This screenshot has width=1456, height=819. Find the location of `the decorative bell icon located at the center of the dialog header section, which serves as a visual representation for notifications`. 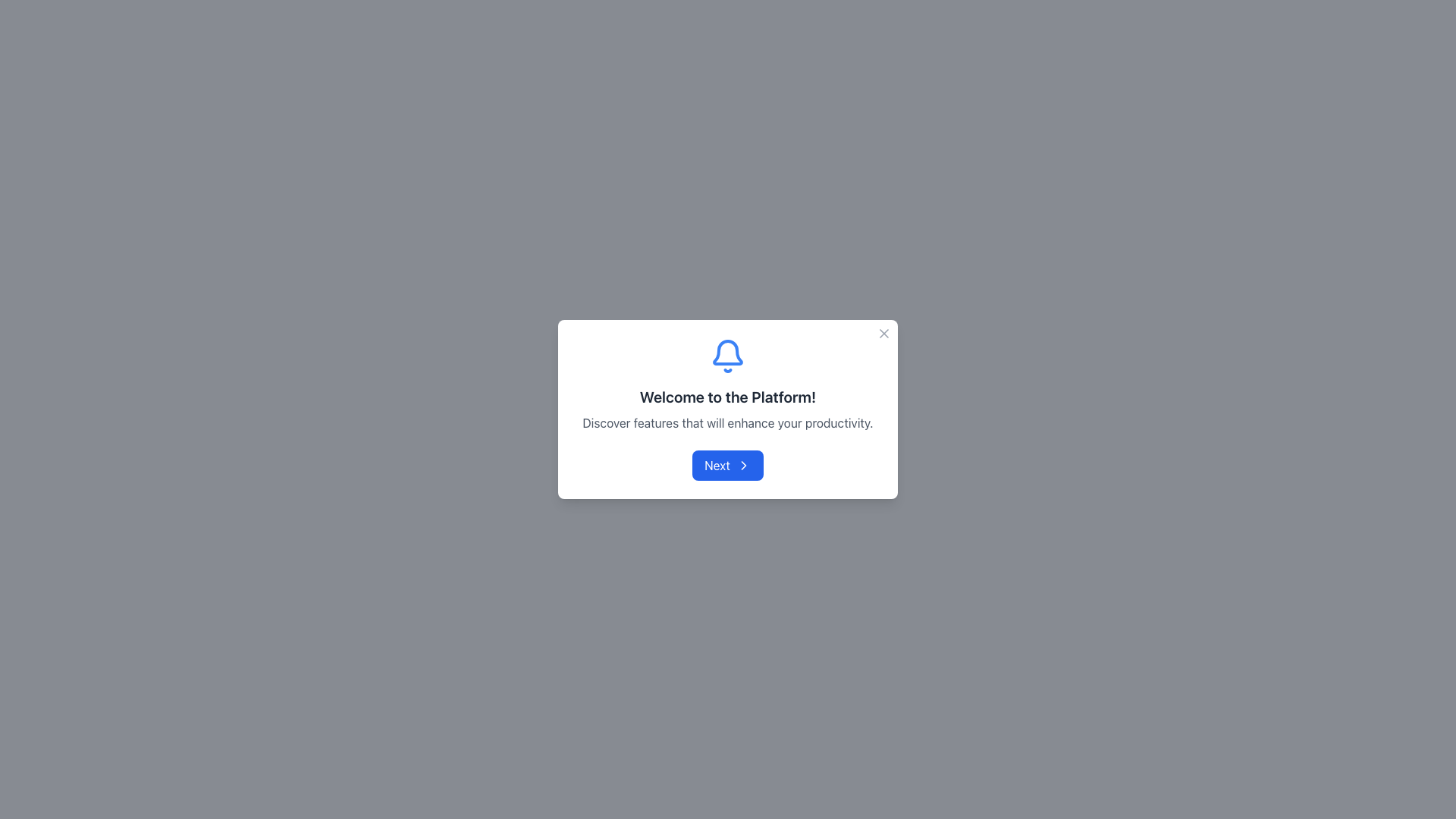

the decorative bell icon located at the center of the dialog header section, which serves as a visual representation for notifications is located at coordinates (728, 356).